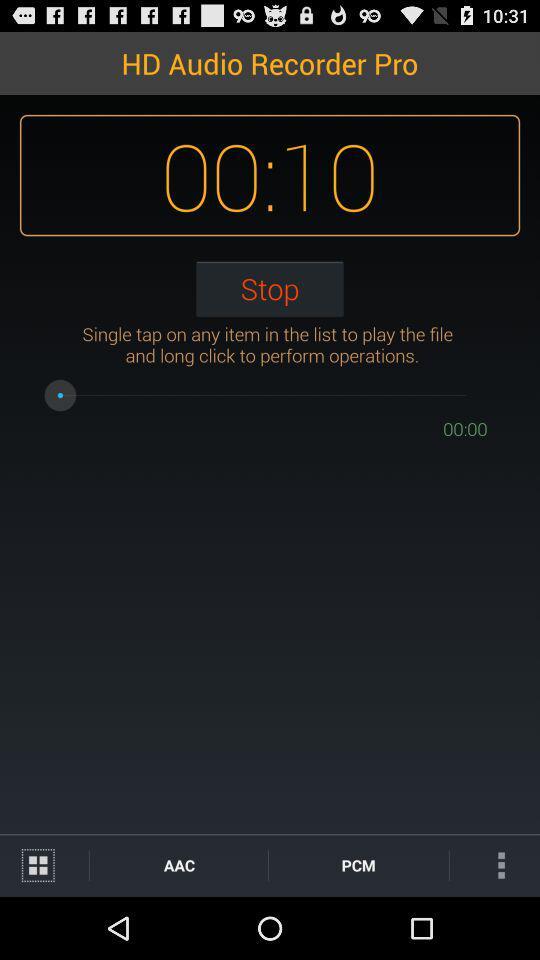 The width and height of the screenshot is (540, 960). Describe the element at coordinates (44, 864) in the screenshot. I see `change the list display to grid` at that location.